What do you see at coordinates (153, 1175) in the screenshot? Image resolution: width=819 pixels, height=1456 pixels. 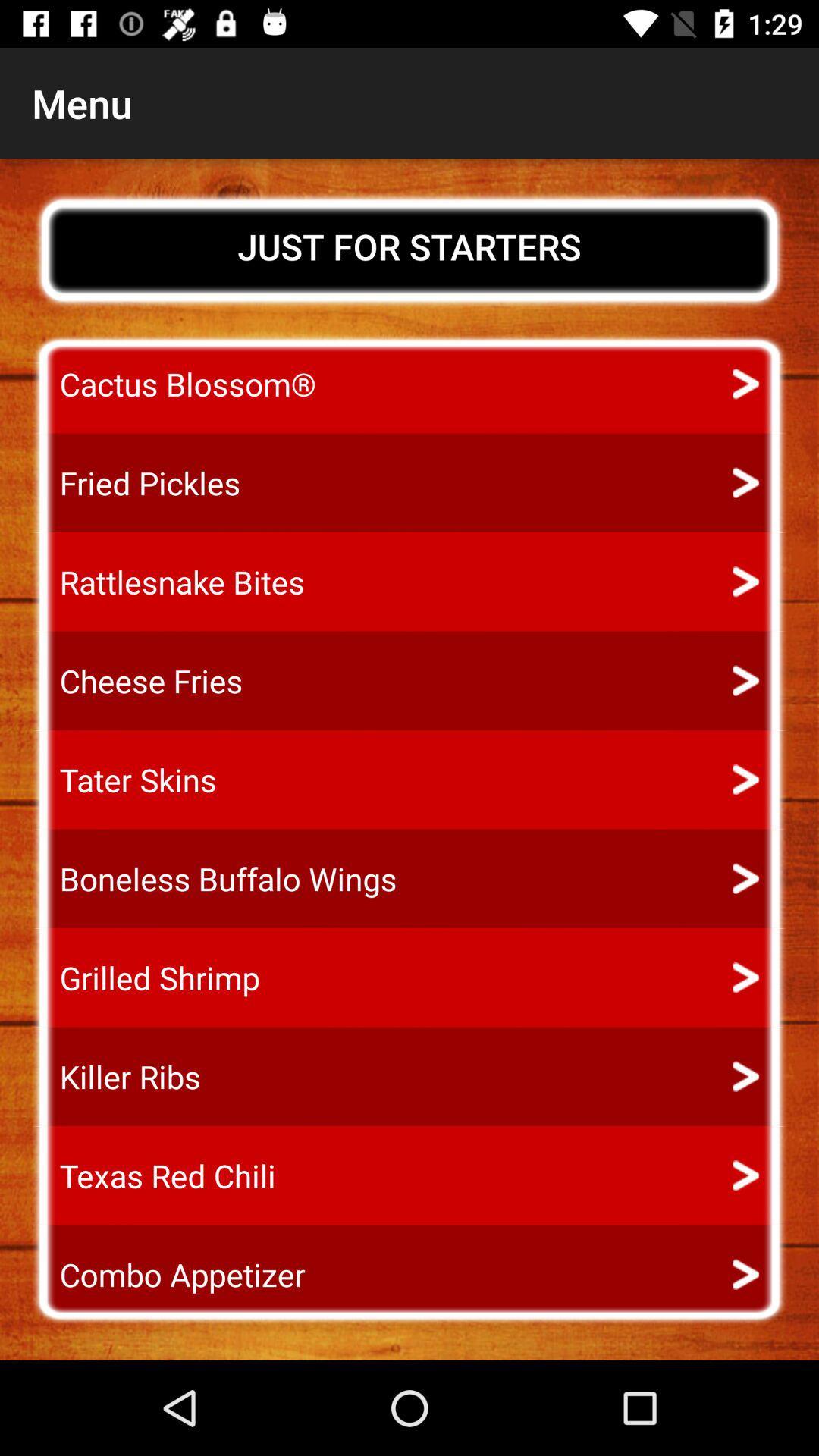 I see `the texas red chili app` at bounding box center [153, 1175].